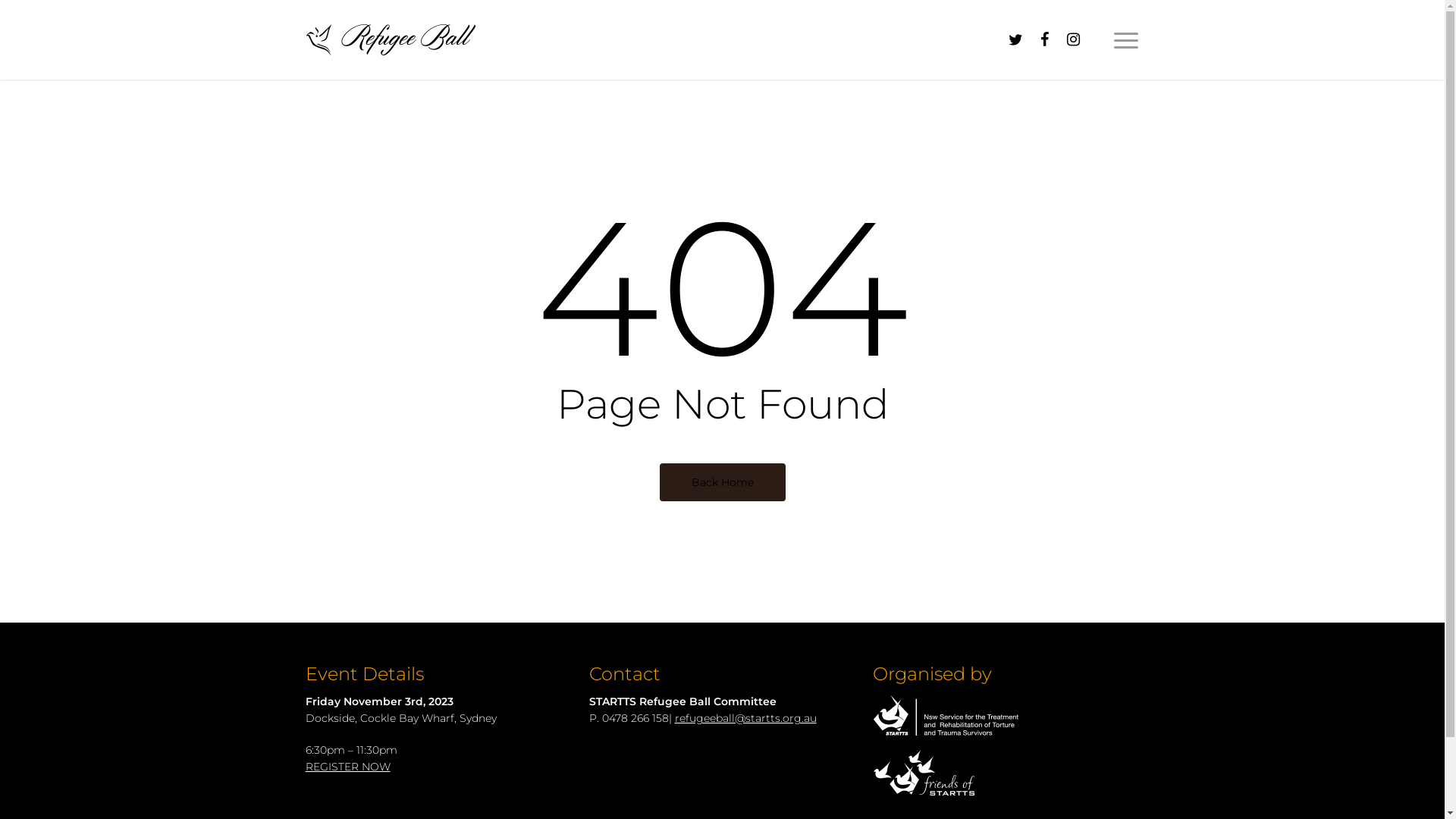 This screenshot has width=1456, height=819. What do you see at coordinates (304, 766) in the screenshot?
I see `'REGISTER NOW'` at bounding box center [304, 766].